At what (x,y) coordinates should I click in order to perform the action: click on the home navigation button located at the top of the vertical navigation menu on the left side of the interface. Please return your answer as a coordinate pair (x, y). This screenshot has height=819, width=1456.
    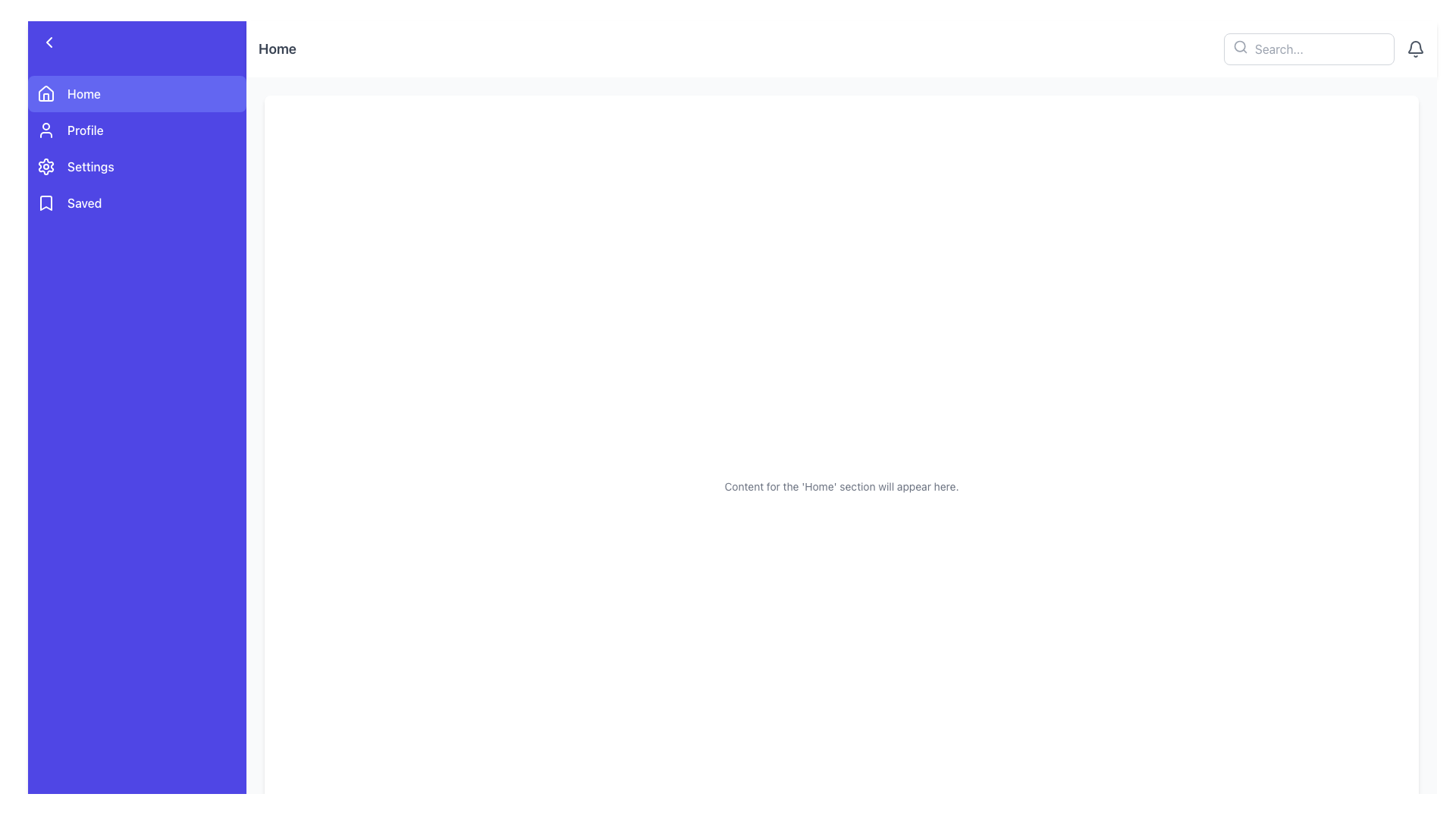
    Looking at the image, I should click on (137, 93).